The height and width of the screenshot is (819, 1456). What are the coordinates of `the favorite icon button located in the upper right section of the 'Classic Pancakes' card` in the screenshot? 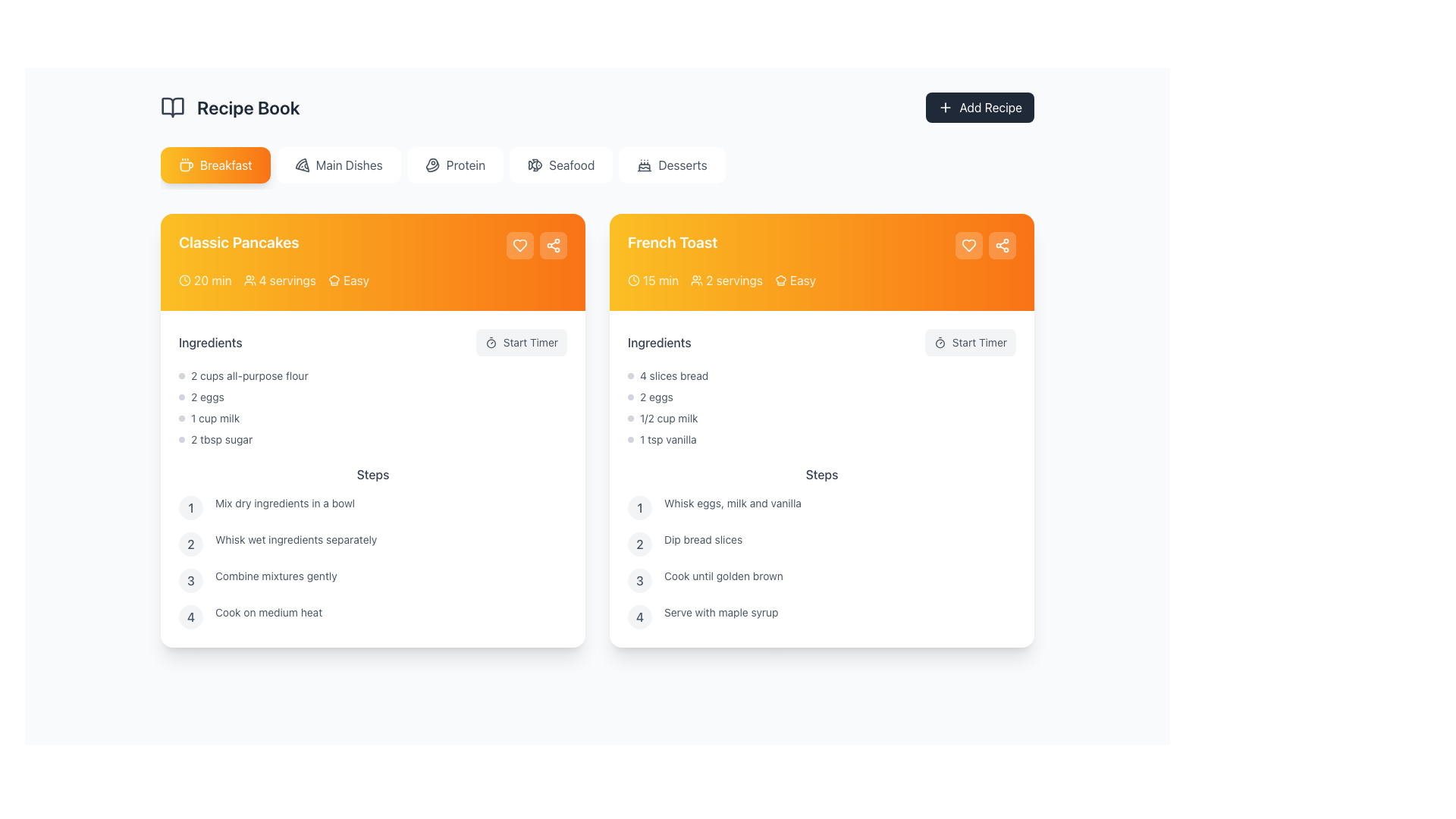 It's located at (520, 245).